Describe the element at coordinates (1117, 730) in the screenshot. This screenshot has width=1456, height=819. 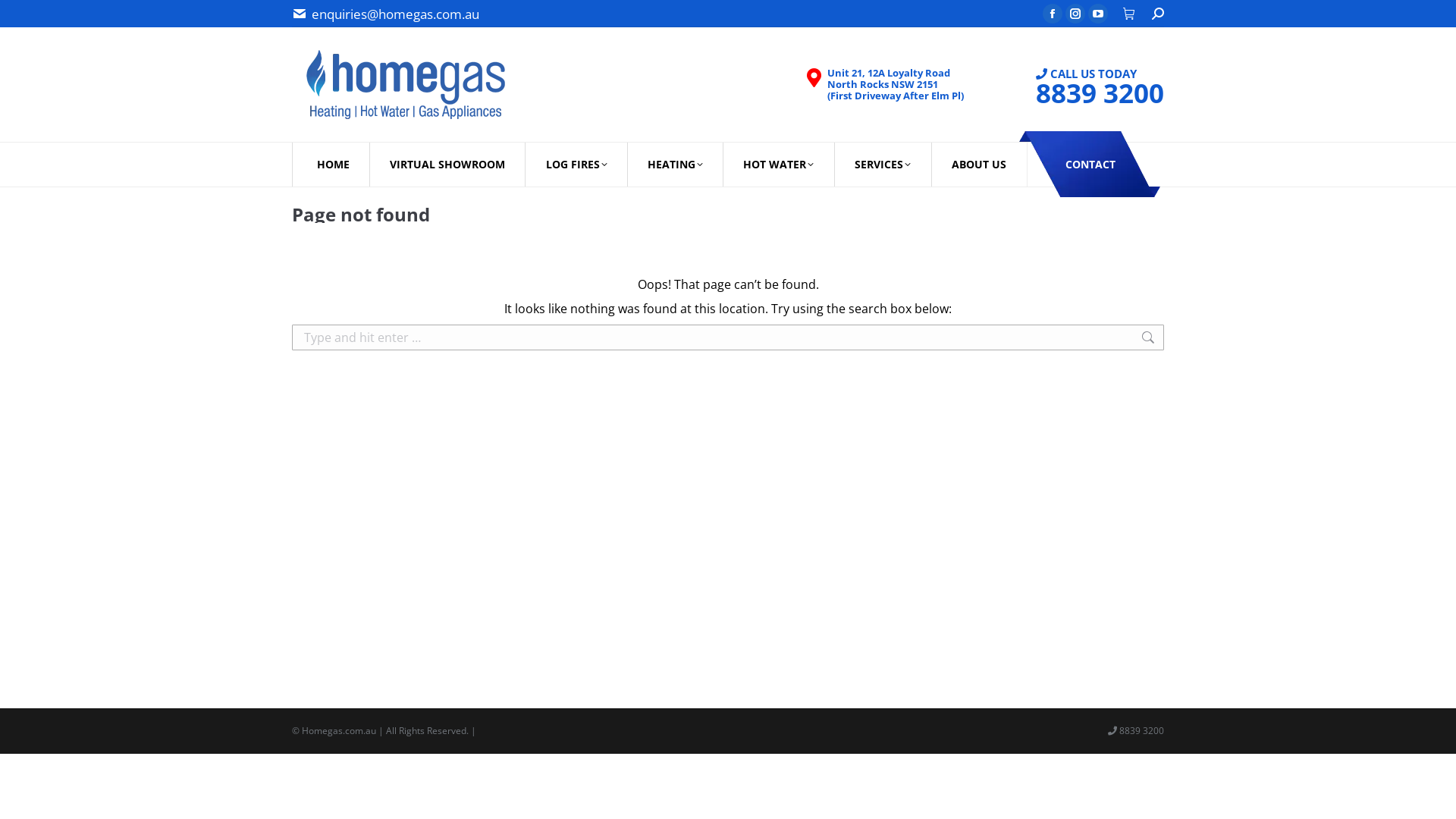
I see `'8839 3200'` at that location.